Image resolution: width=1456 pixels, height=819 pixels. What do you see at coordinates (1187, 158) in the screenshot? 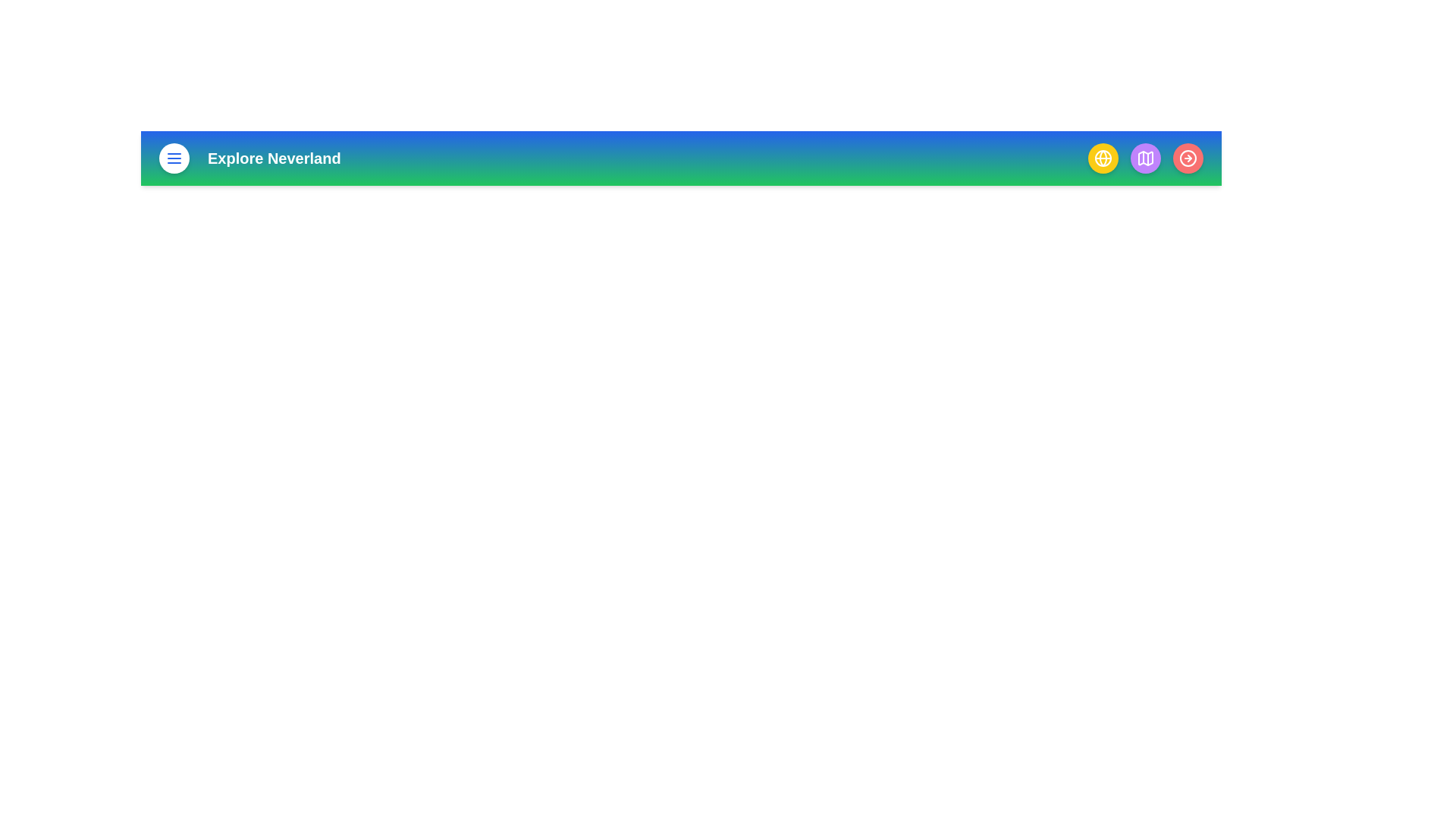
I see `the button with red color to view its hover effect` at bounding box center [1187, 158].